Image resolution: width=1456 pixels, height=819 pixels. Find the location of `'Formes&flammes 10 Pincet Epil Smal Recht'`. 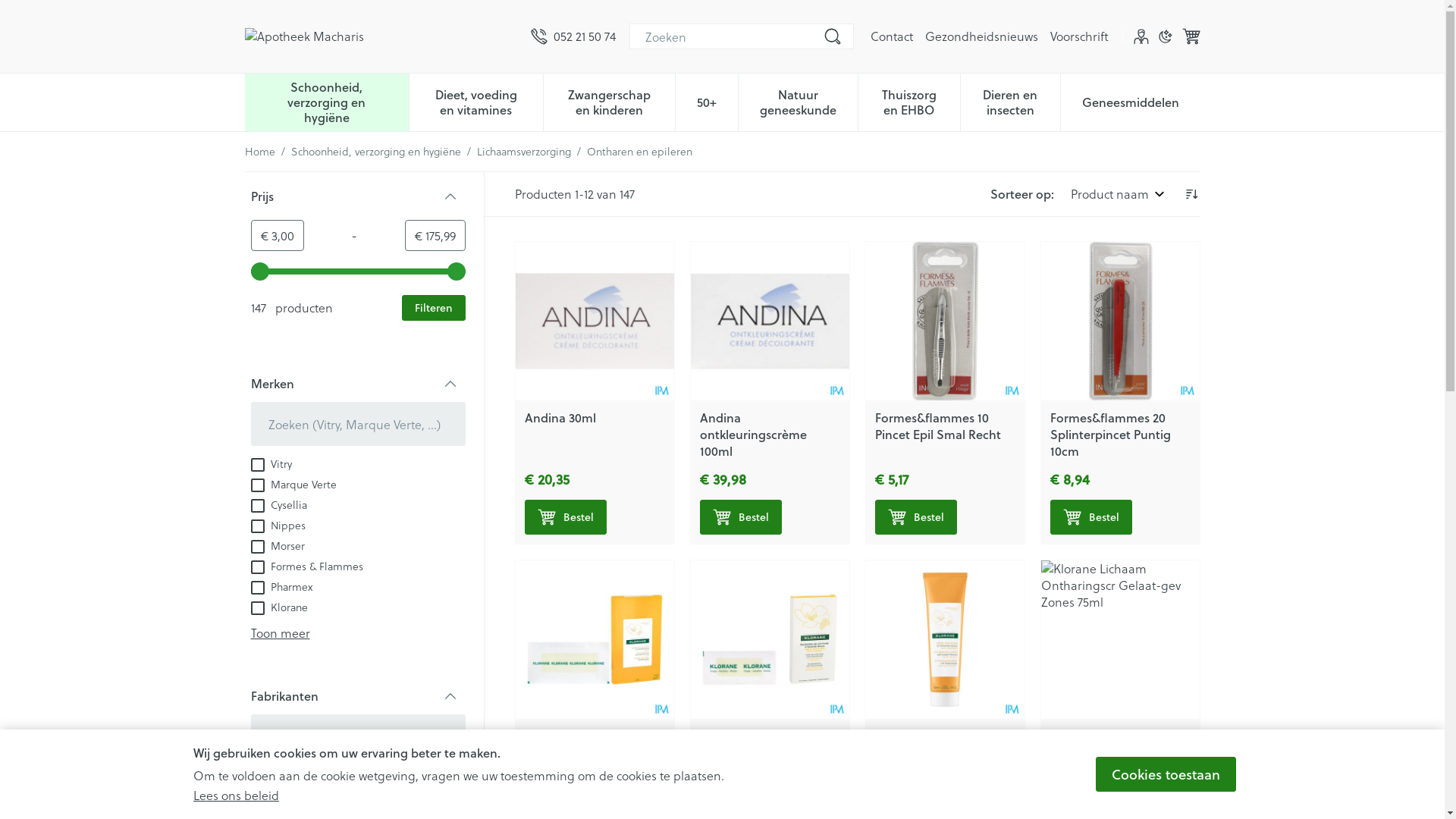

'Formes&flammes 10 Pincet Epil Smal Recht' is located at coordinates (937, 425).